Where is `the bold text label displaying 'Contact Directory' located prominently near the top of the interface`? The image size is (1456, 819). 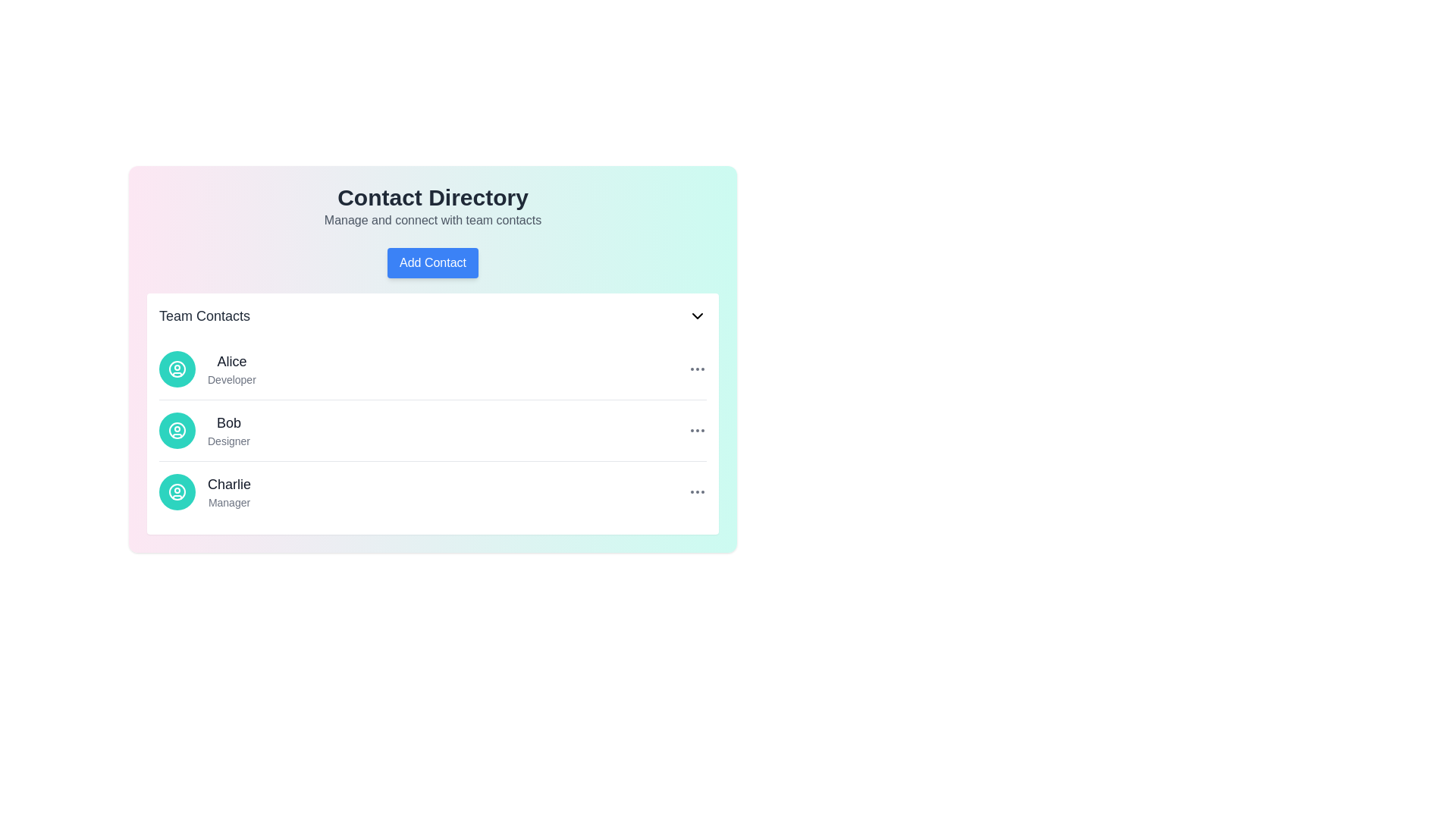 the bold text label displaying 'Contact Directory' located prominently near the top of the interface is located at coordinates (432, 197).